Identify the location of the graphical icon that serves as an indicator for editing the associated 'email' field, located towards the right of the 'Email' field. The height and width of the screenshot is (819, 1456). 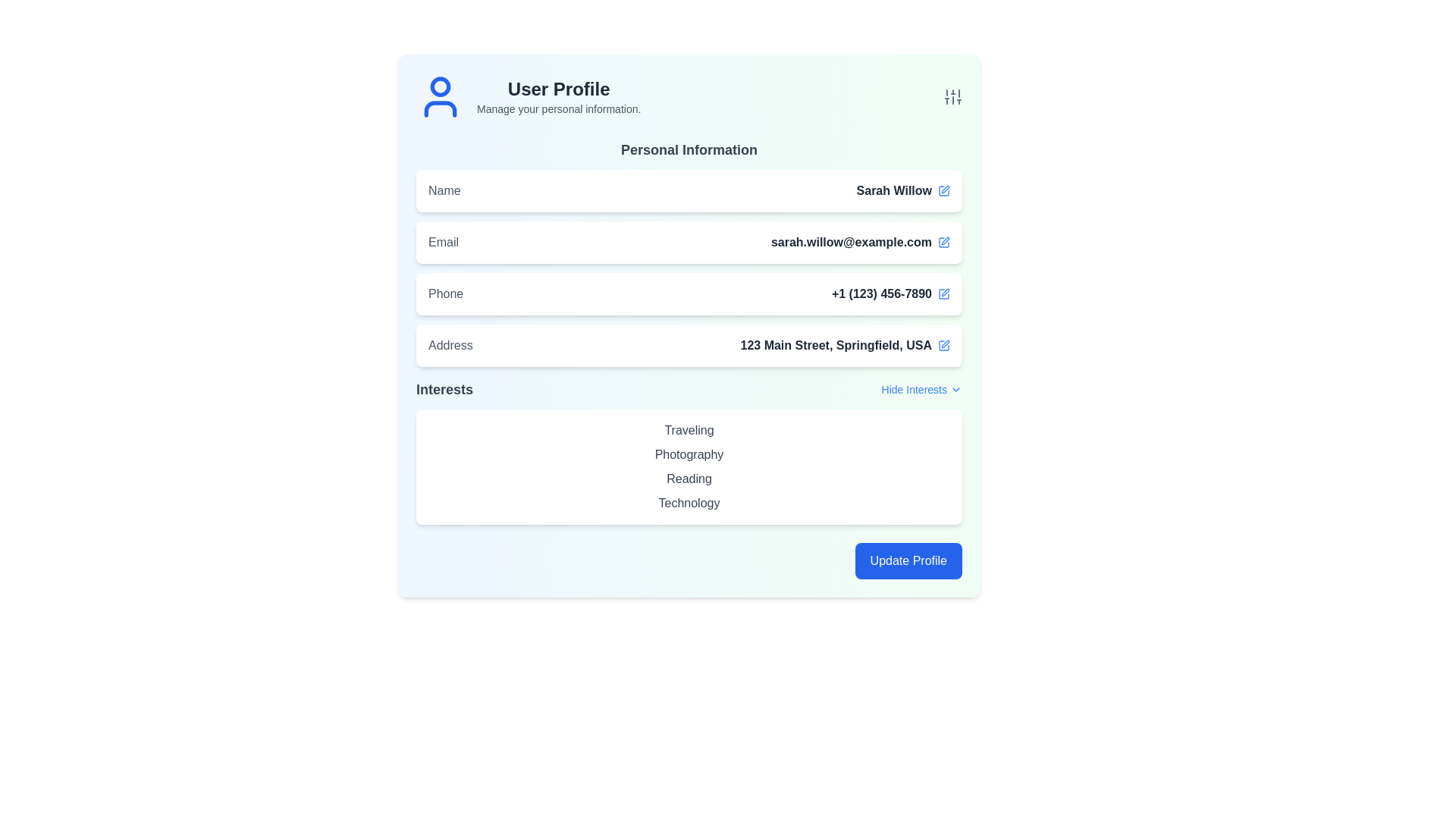
(945, 240).